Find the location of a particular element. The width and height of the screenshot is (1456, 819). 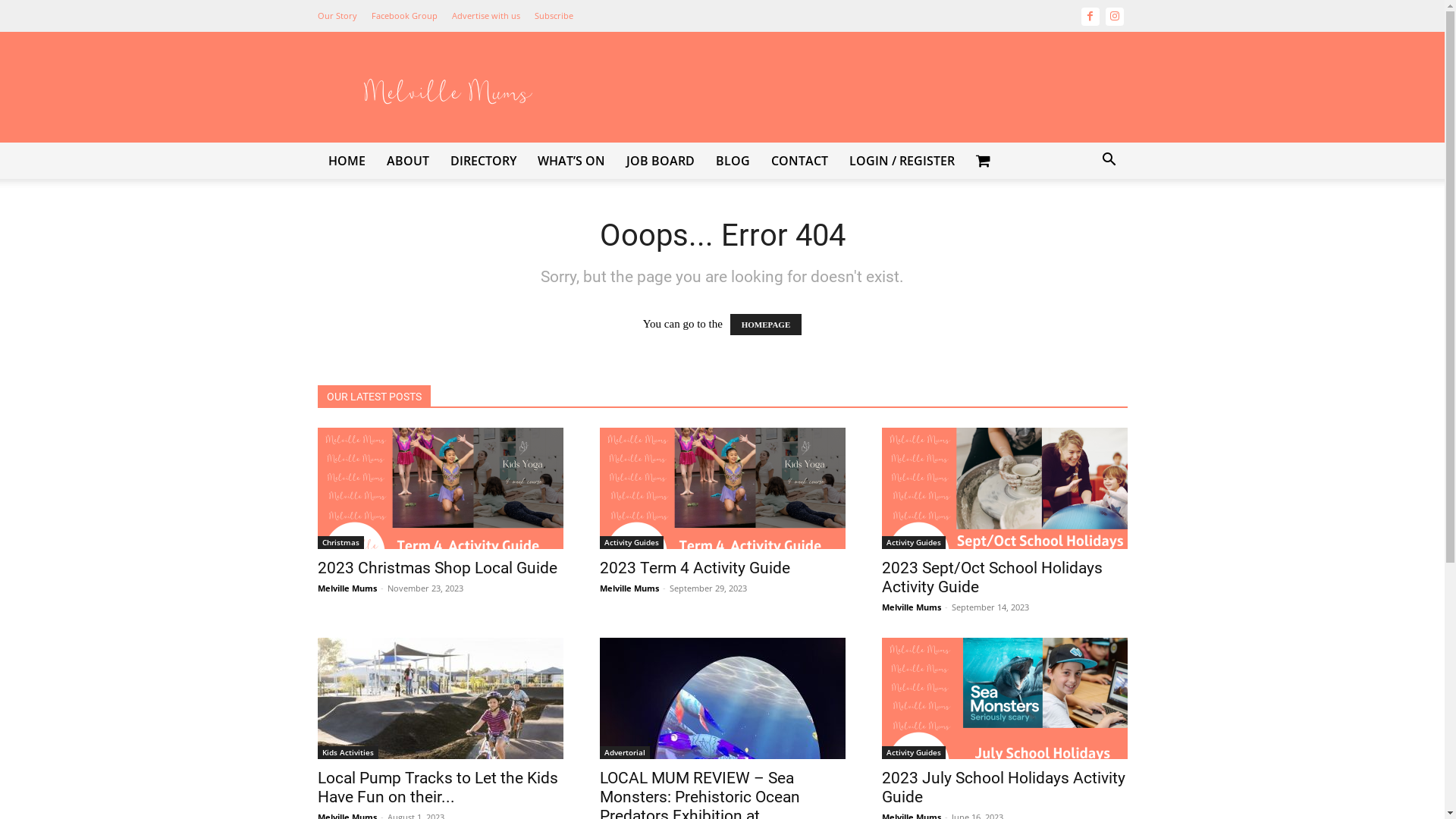

'HOME' is located at coordinates (345, 161).